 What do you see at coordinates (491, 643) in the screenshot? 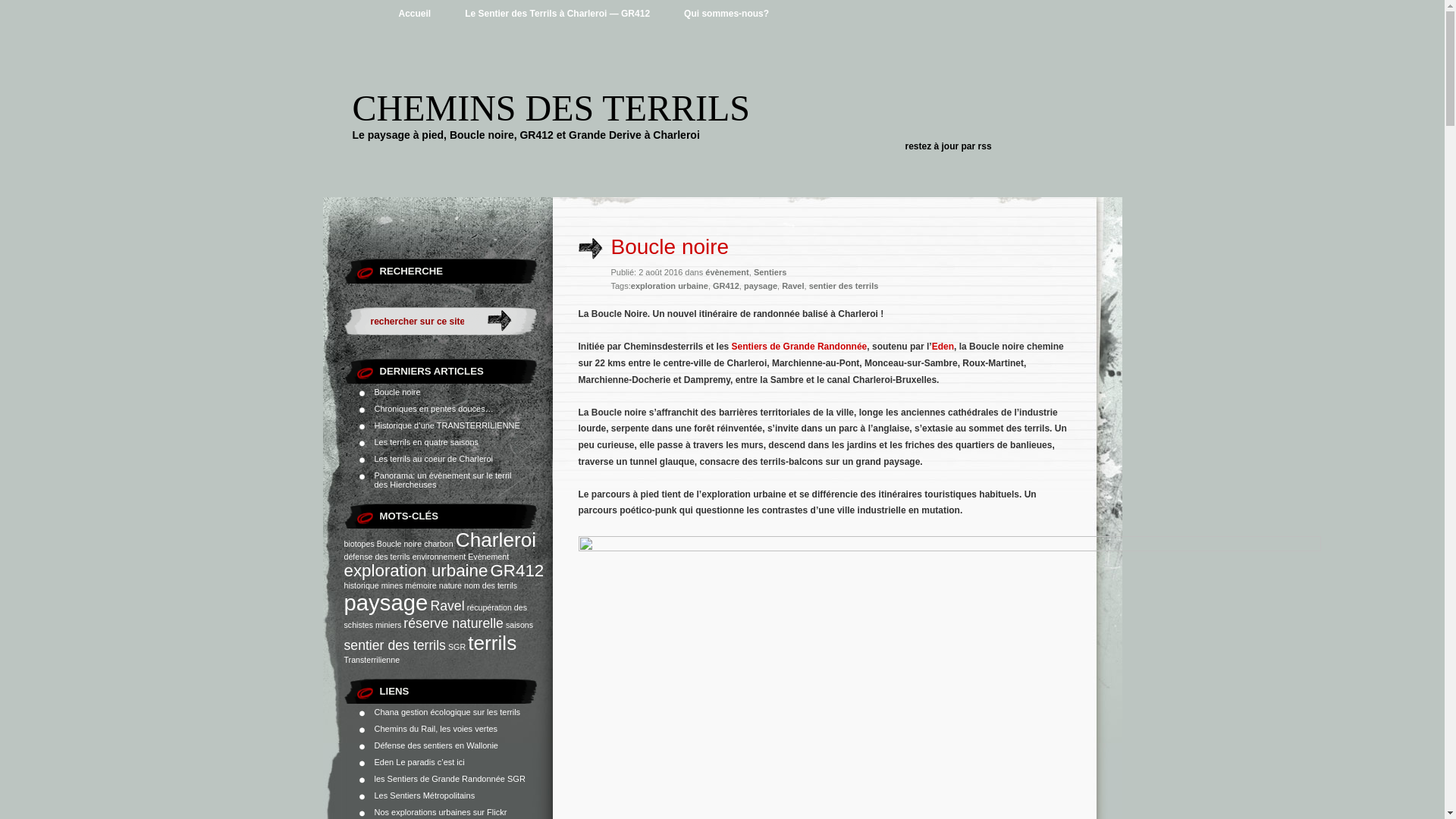
I see `'terrils'` at bounding box center [491, 643].